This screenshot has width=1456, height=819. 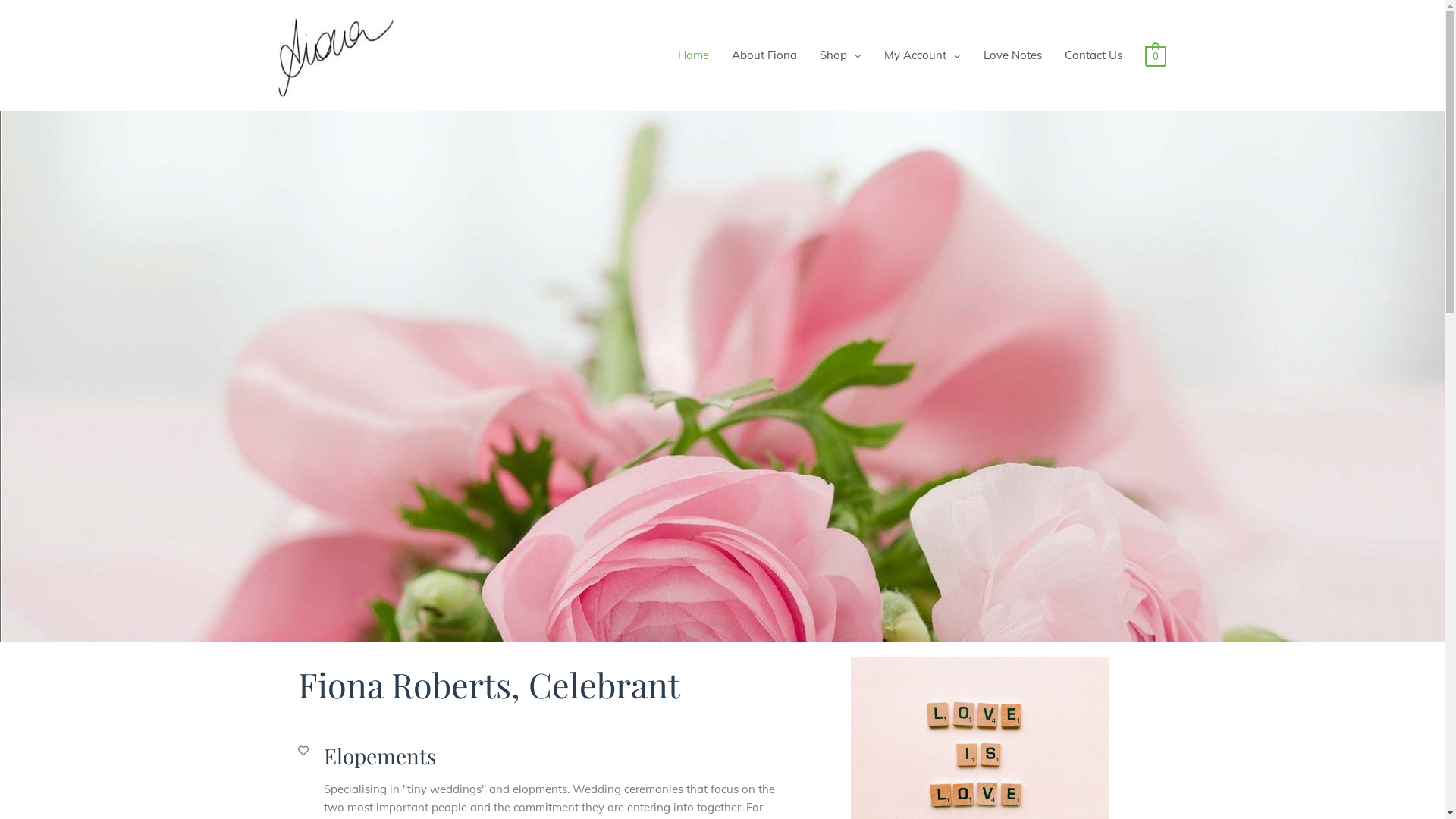 I want to click on 'Contact Us', so click(x=1093, y=55).